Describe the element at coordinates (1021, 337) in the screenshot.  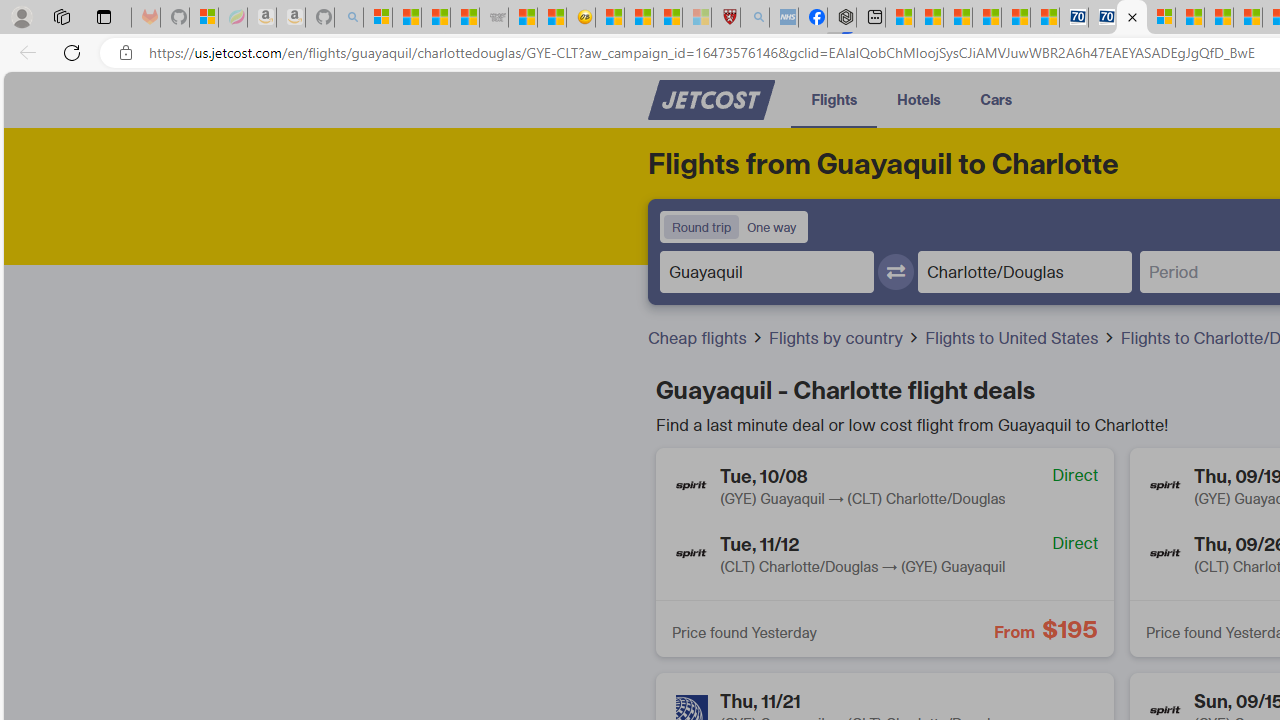
I see `'Flights to United States'` at that location.